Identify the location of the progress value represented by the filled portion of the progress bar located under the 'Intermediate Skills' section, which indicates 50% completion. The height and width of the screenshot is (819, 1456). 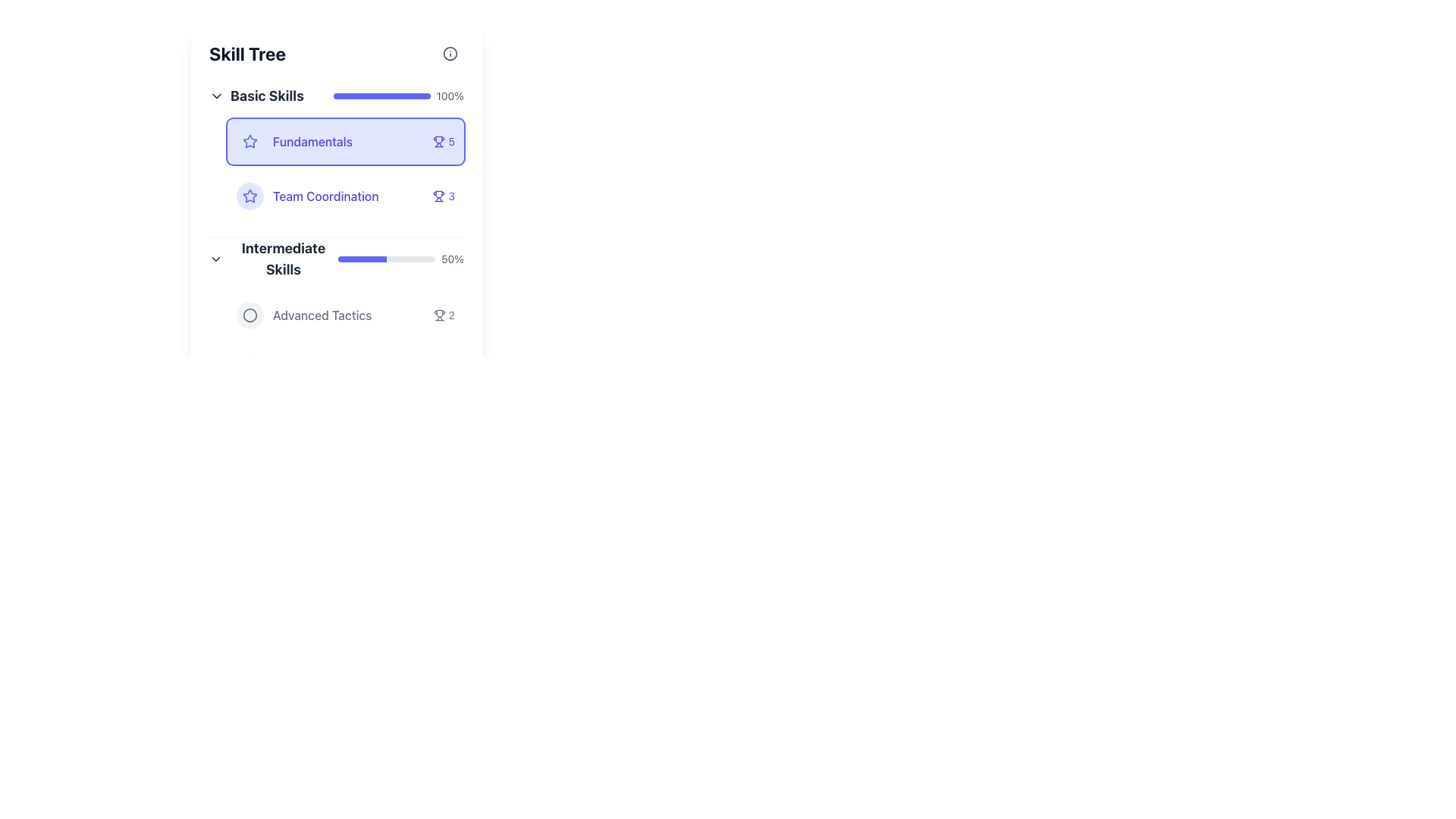
(362, 259).